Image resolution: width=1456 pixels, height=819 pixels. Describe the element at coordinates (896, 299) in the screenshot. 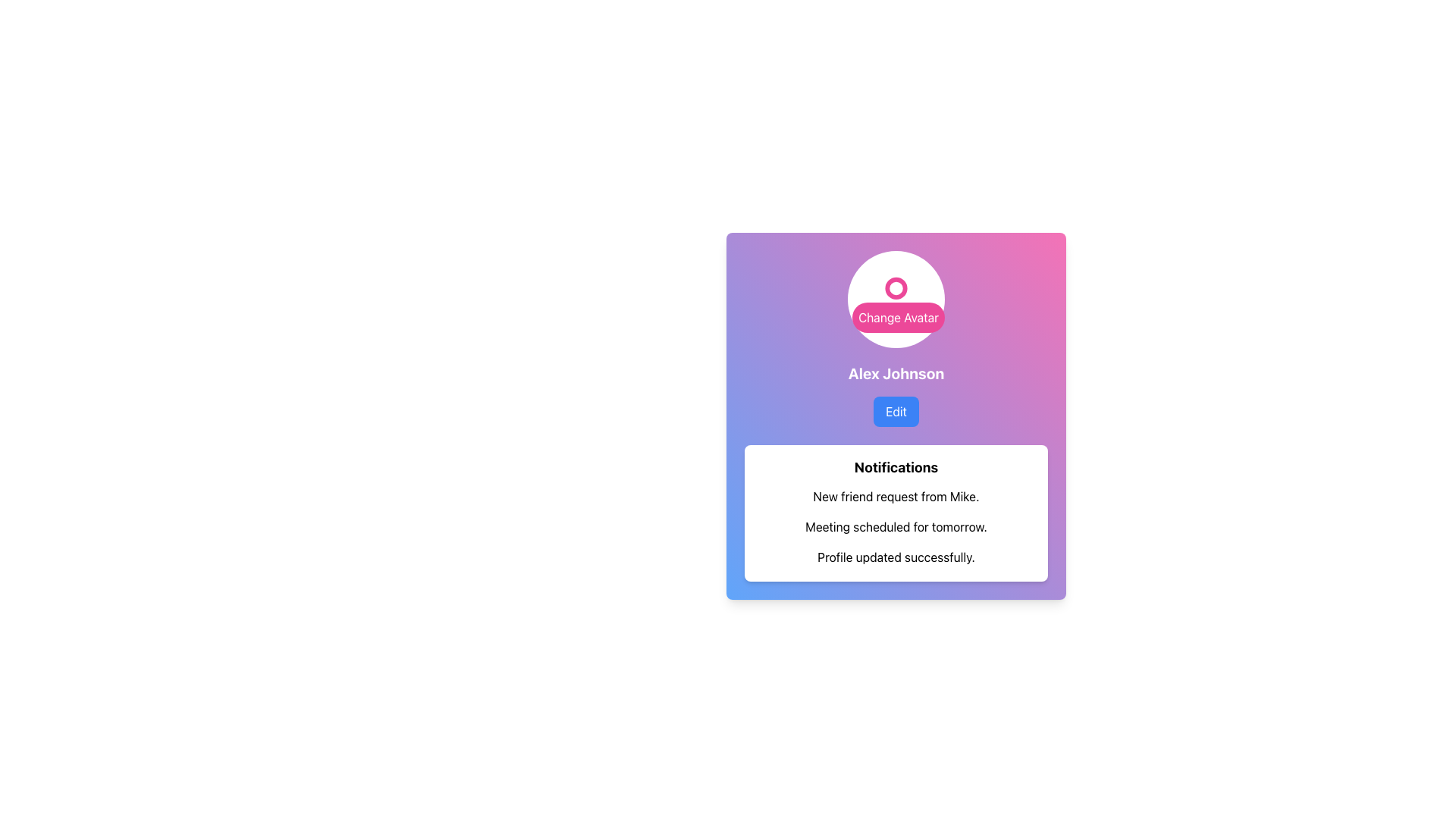

I see `the interactive visual area representing the user's avatar customization, located in the center of the profile section above the username` at that location.